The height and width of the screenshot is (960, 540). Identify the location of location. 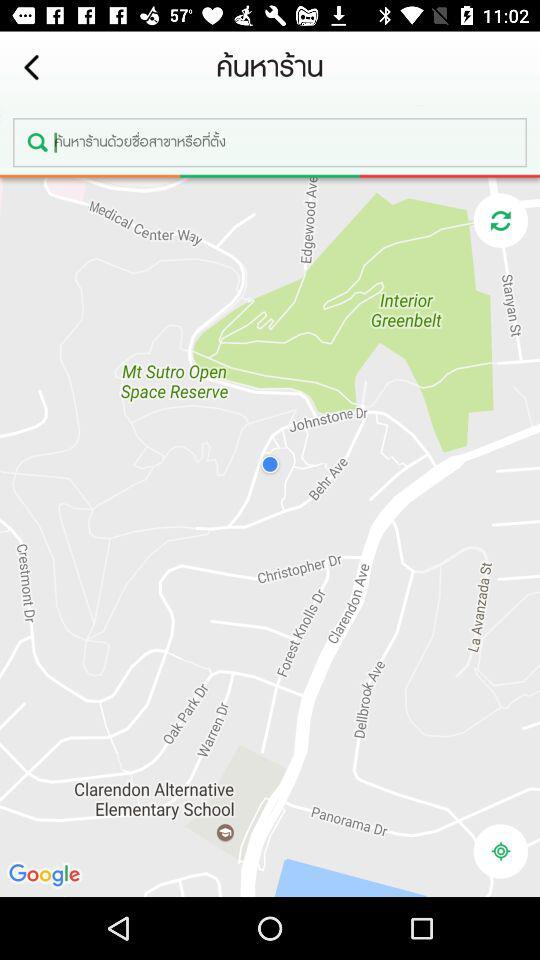
(499, 850).